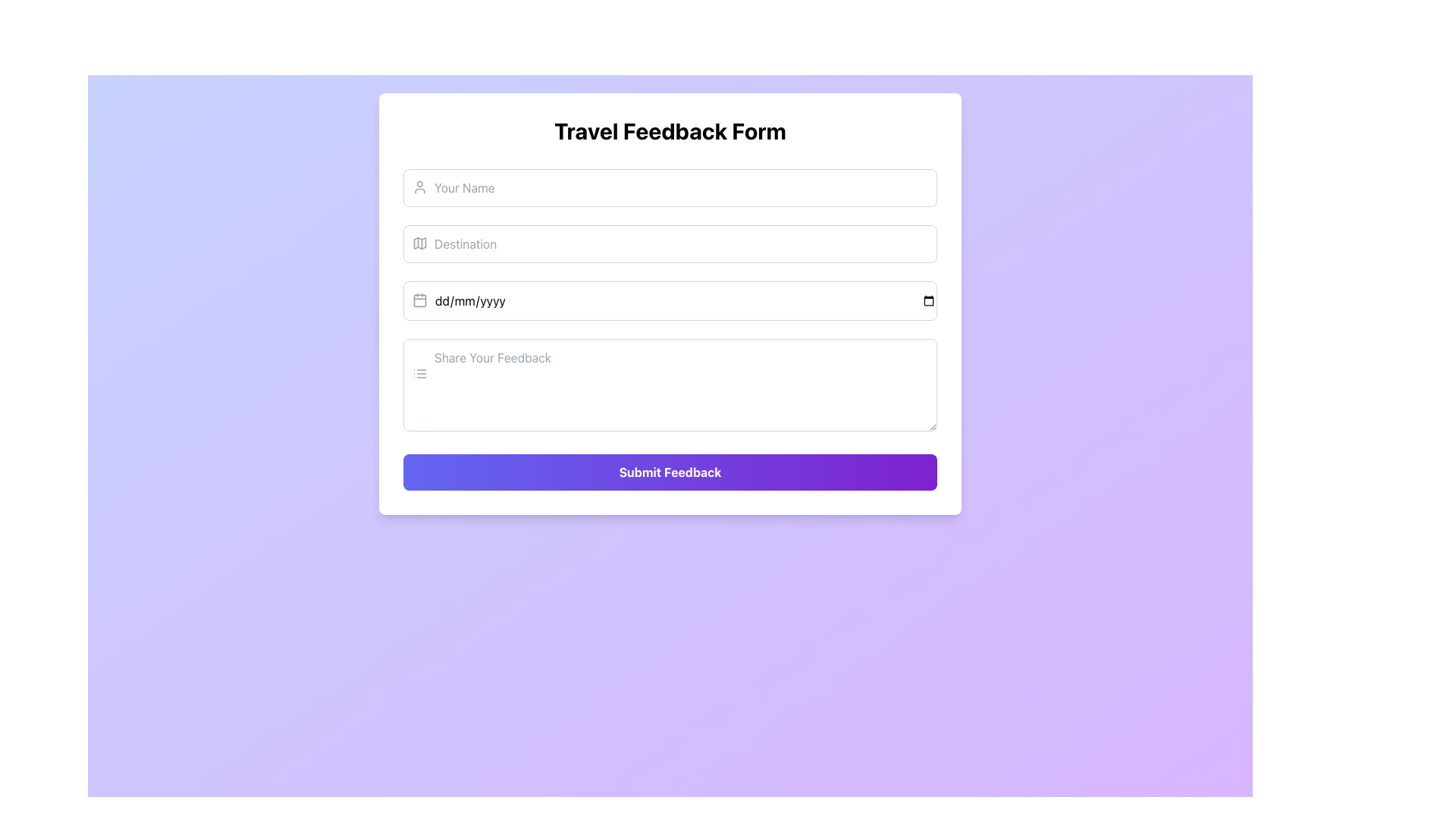  I want to click on the calendar icon located to the left of the 'dd/mm/yyyy' placeholder within the 'Date' input field of the 'Travel Feedback Form', so click(419, 299).